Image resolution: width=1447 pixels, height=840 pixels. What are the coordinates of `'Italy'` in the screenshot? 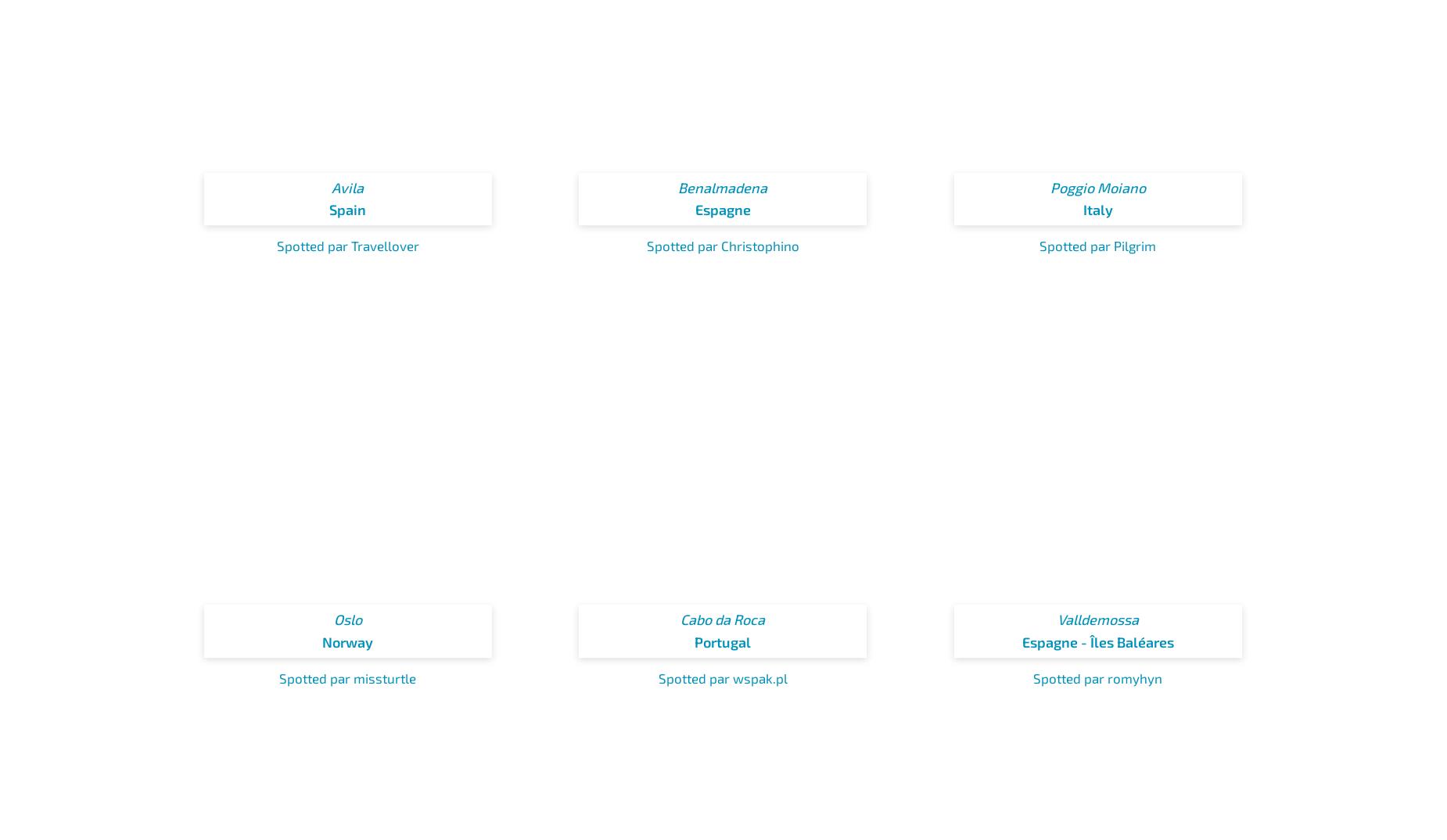 It's located at (1081, 208).